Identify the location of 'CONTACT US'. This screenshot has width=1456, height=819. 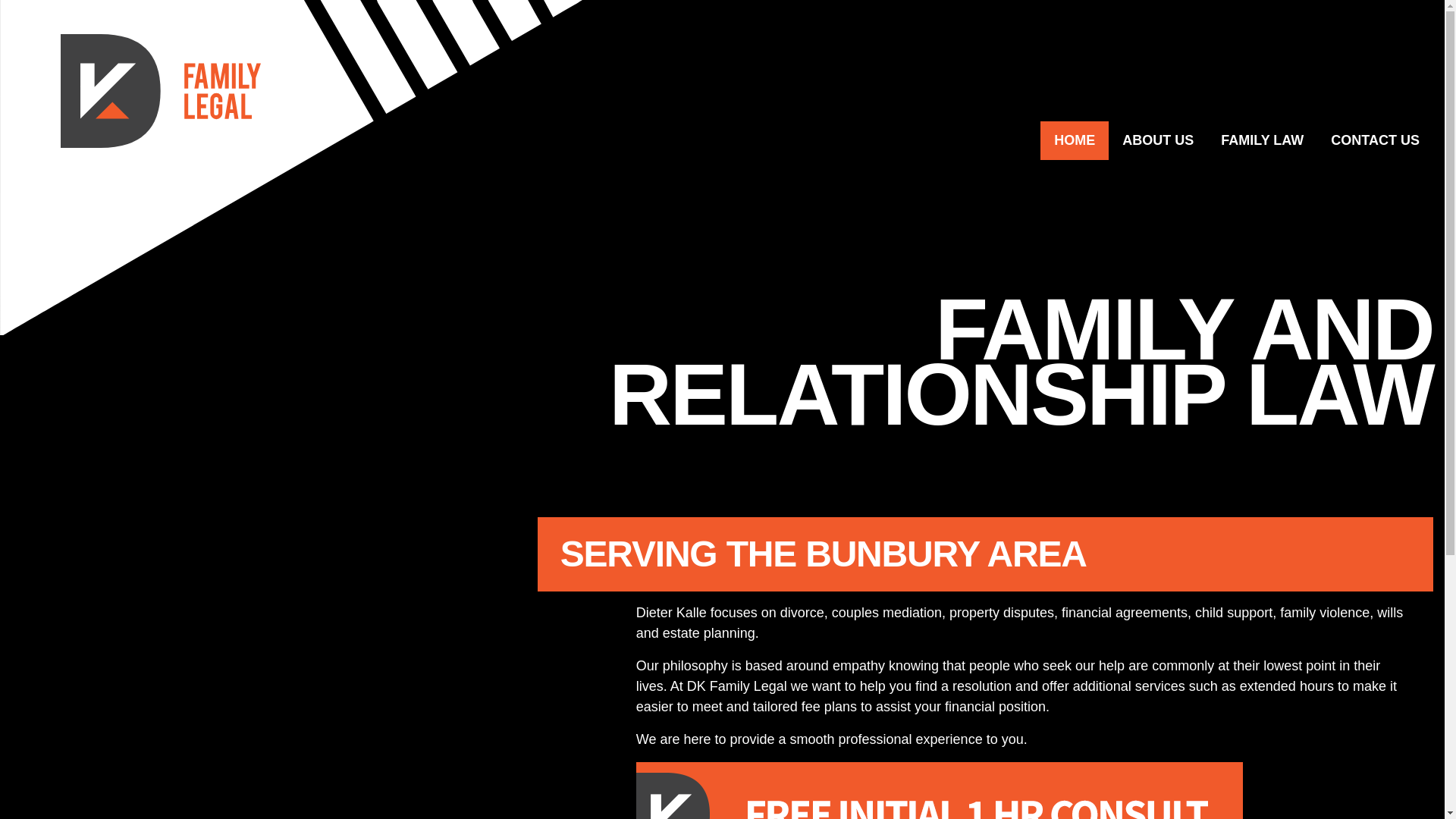
(1316, 140).